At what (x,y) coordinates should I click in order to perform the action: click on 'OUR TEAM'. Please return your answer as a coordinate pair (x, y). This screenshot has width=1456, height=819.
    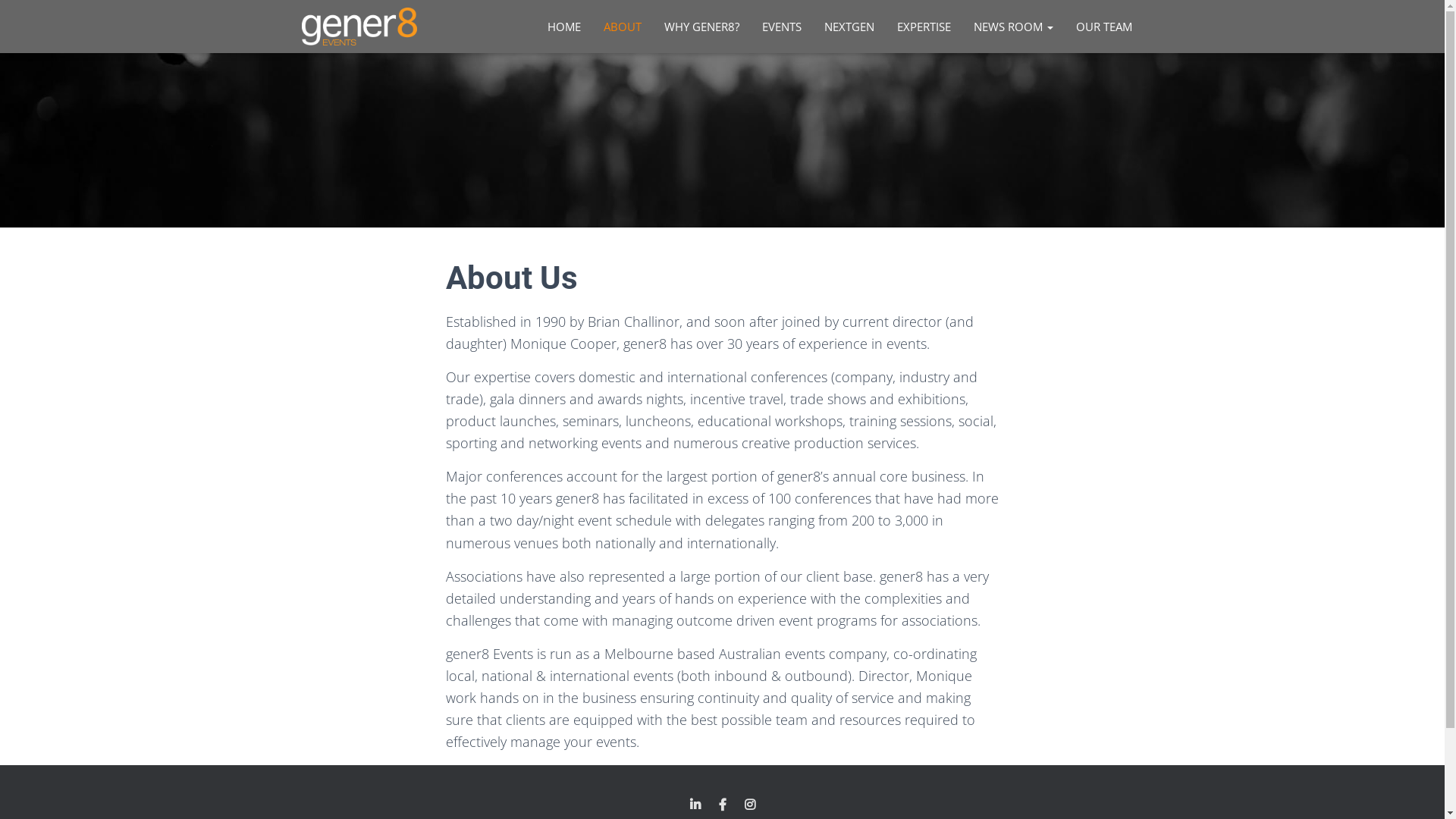
    Looking at the image, I should click on (1103, 26).